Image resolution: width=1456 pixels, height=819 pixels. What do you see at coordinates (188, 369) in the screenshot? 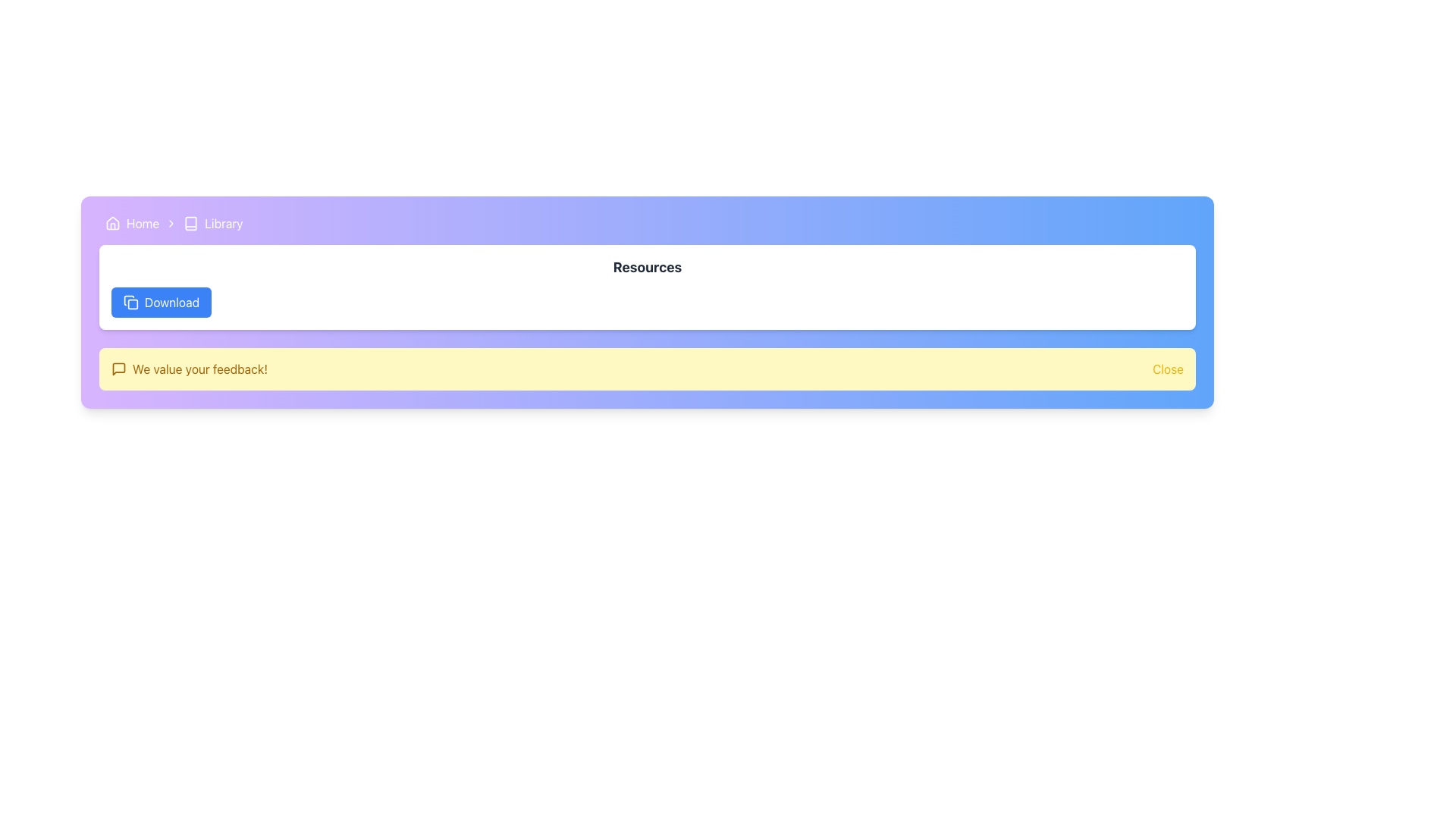
I see `the informative label that displays the text 'We value your feedback!' with a speech bubble icon, styled in gold on a pale yellow background` at bounding box center [188, 369].